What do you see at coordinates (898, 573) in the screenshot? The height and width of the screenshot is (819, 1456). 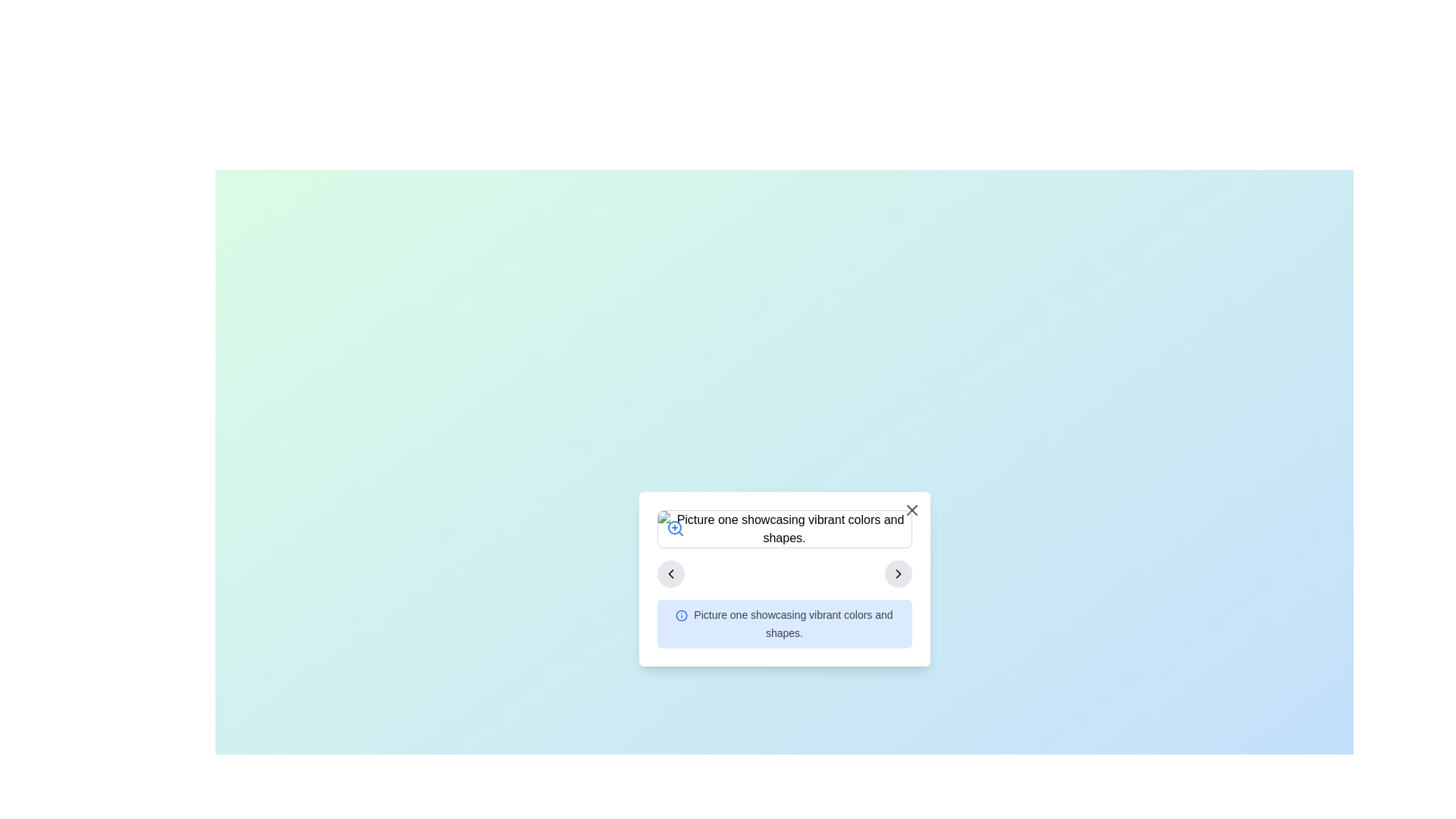 I see `the circular 'Next' icon button with a chevron arrow symbol` at bounding box center [898, 573].